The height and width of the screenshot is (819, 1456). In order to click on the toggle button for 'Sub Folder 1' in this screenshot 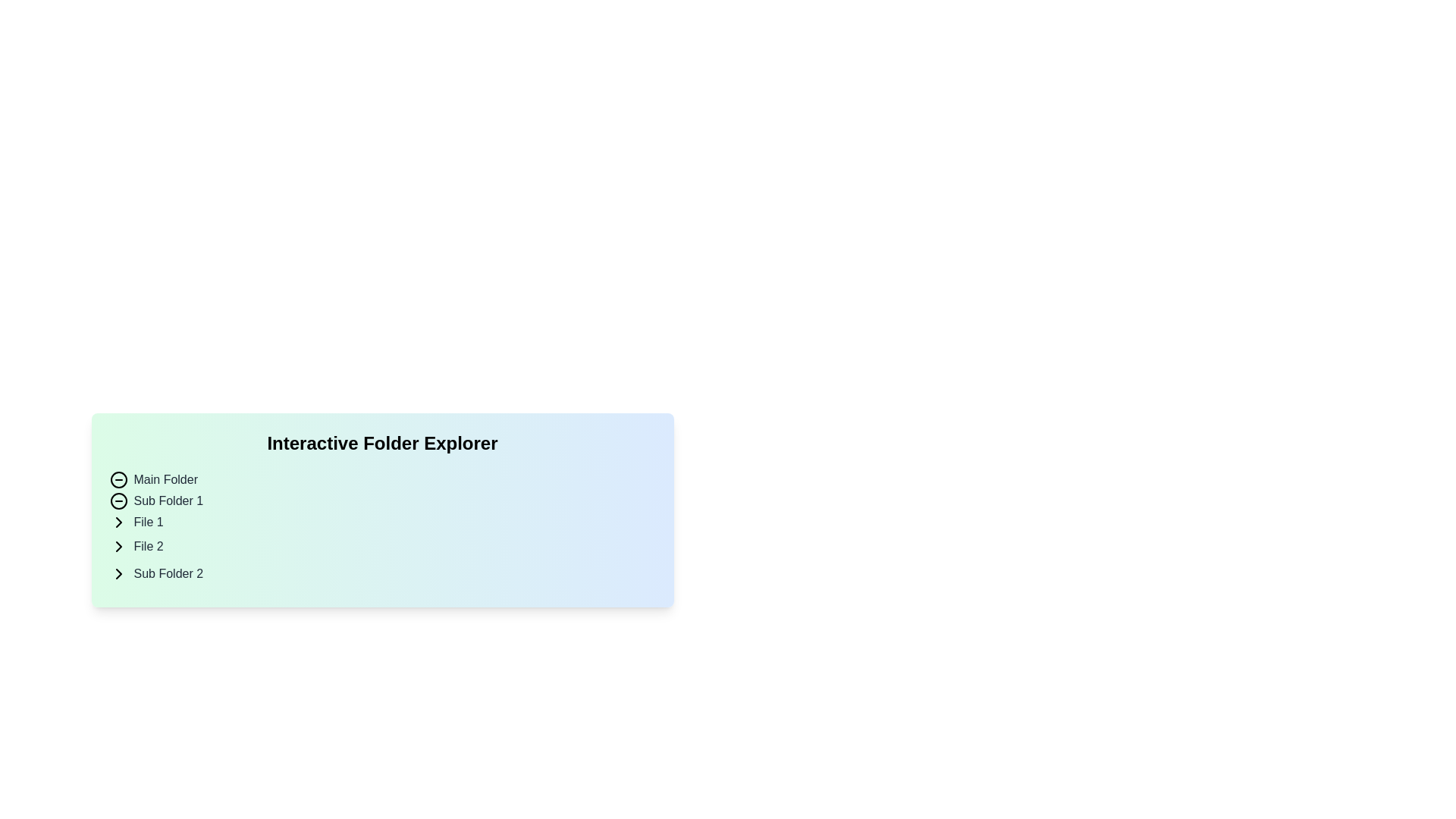, I will do `click(118, 500)`.